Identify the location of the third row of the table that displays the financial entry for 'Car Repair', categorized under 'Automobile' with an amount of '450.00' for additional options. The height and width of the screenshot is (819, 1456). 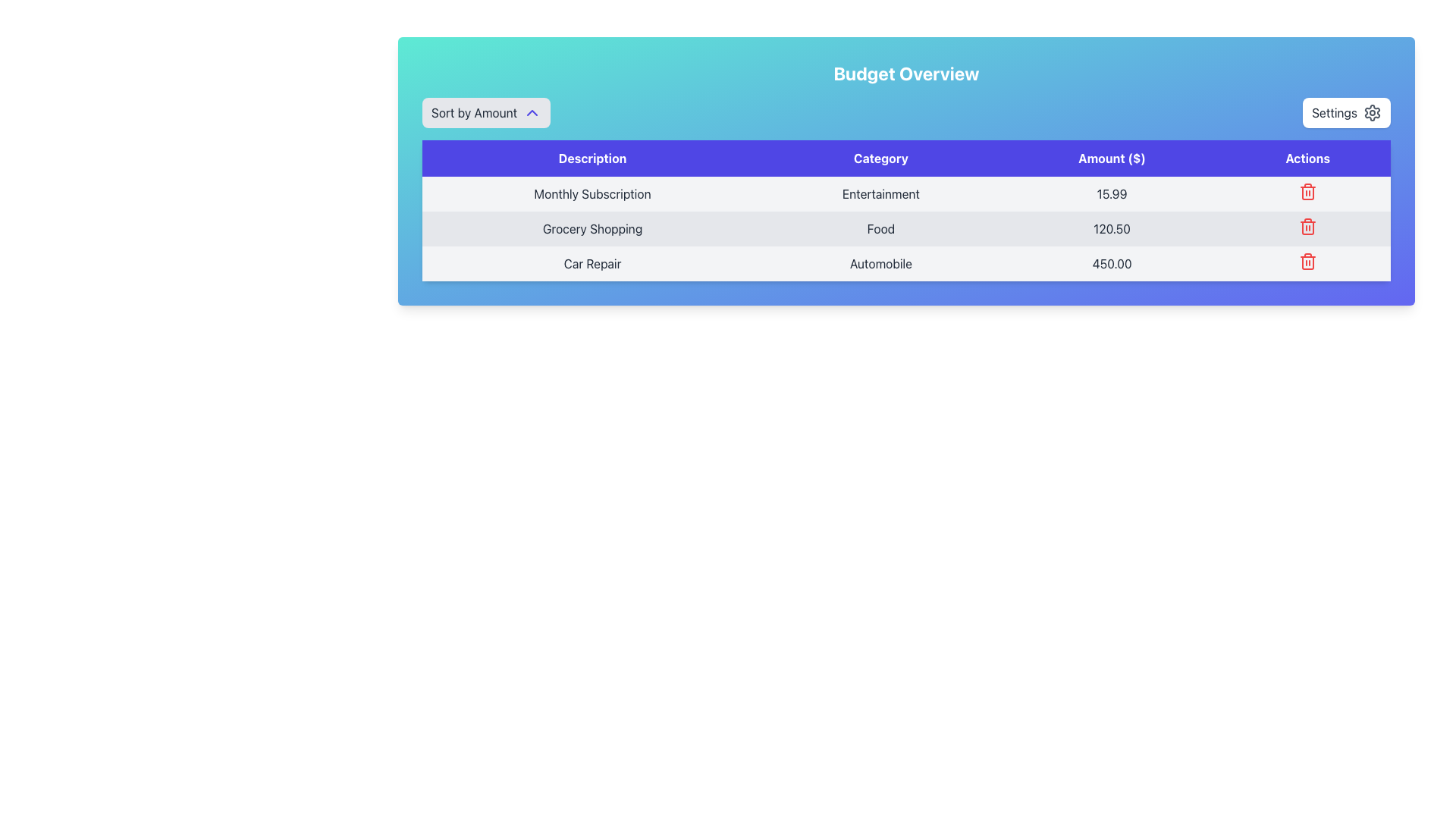
(906, 262).